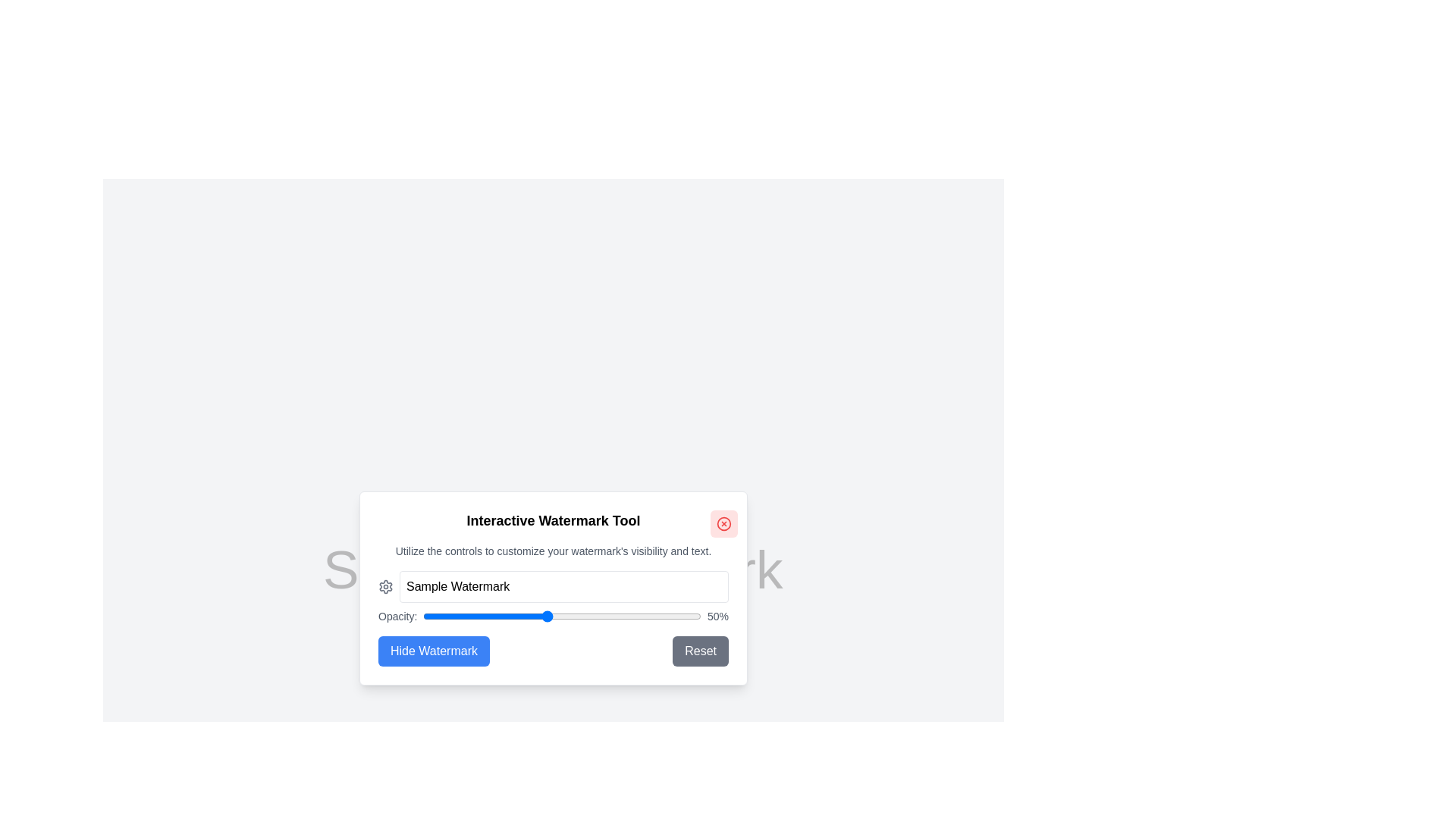 The image size is (1456, 819). I want to click on the opacity, so click(636, 617).